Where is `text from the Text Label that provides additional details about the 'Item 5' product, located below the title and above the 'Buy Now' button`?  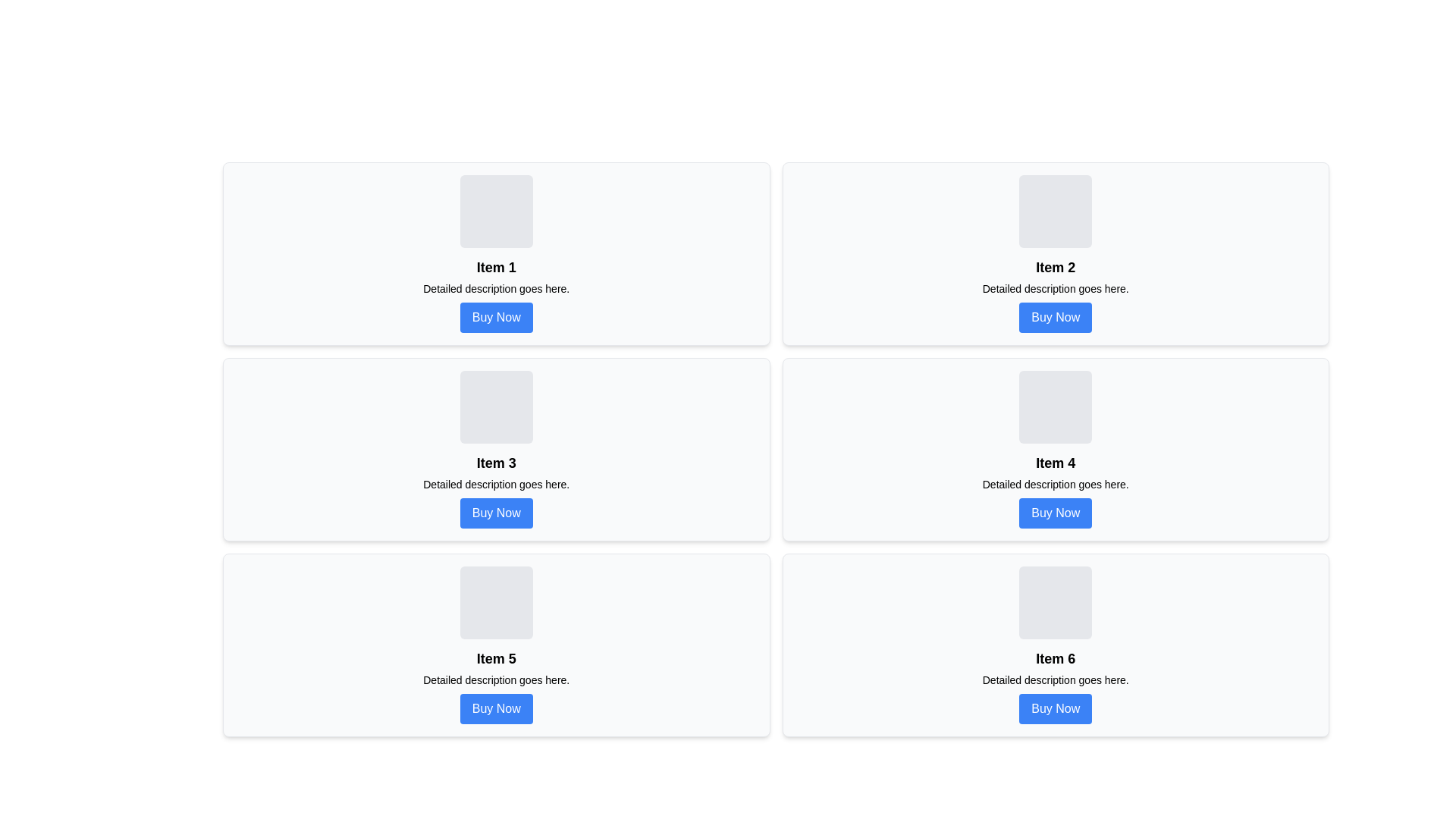
text from the Text Label that provides additional details about the 'Item 5' product, located below the title and above the 'Buy Now' button is located at coordinates (496, 679).